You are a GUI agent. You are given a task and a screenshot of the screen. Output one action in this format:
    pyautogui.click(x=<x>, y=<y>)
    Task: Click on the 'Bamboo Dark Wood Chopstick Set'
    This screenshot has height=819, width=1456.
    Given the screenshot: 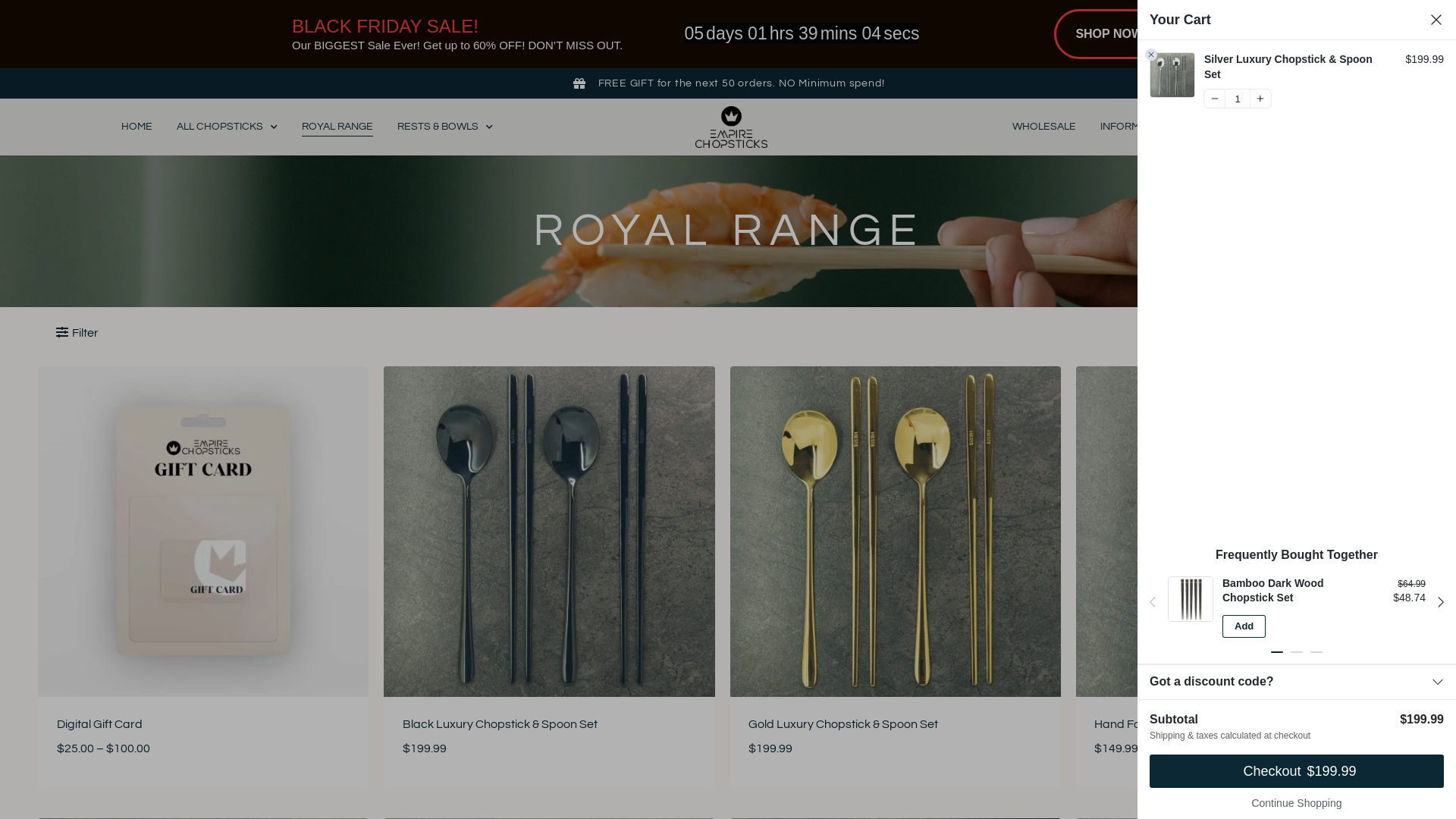 What is the action you would take?
    pyautogui.click(x=1292, y=590)
    